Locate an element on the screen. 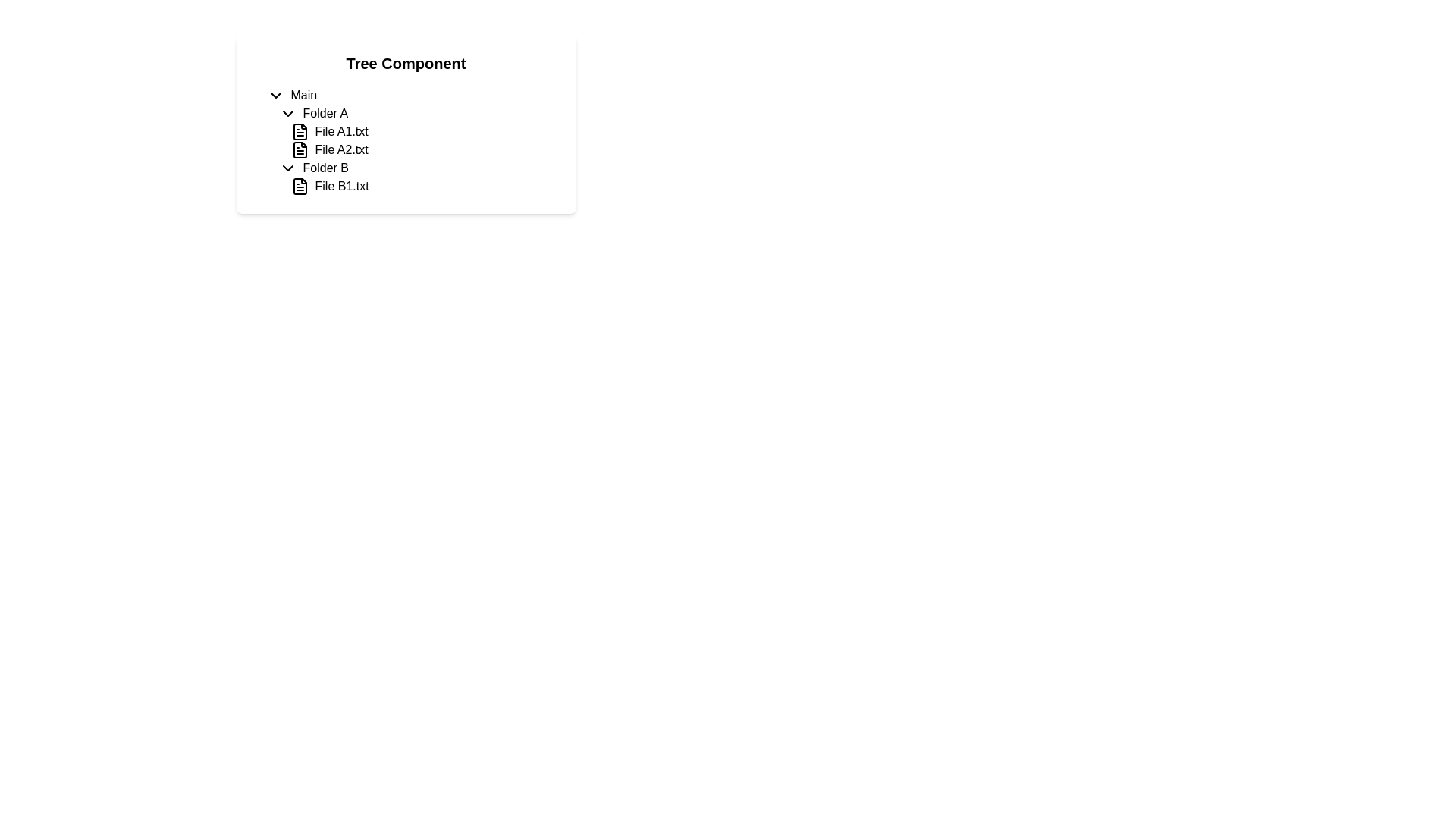  the text label representing a folder within the tree structure, located to the right of the chevron icon and below the 'Main' root element is located at coordinates (324, 113).